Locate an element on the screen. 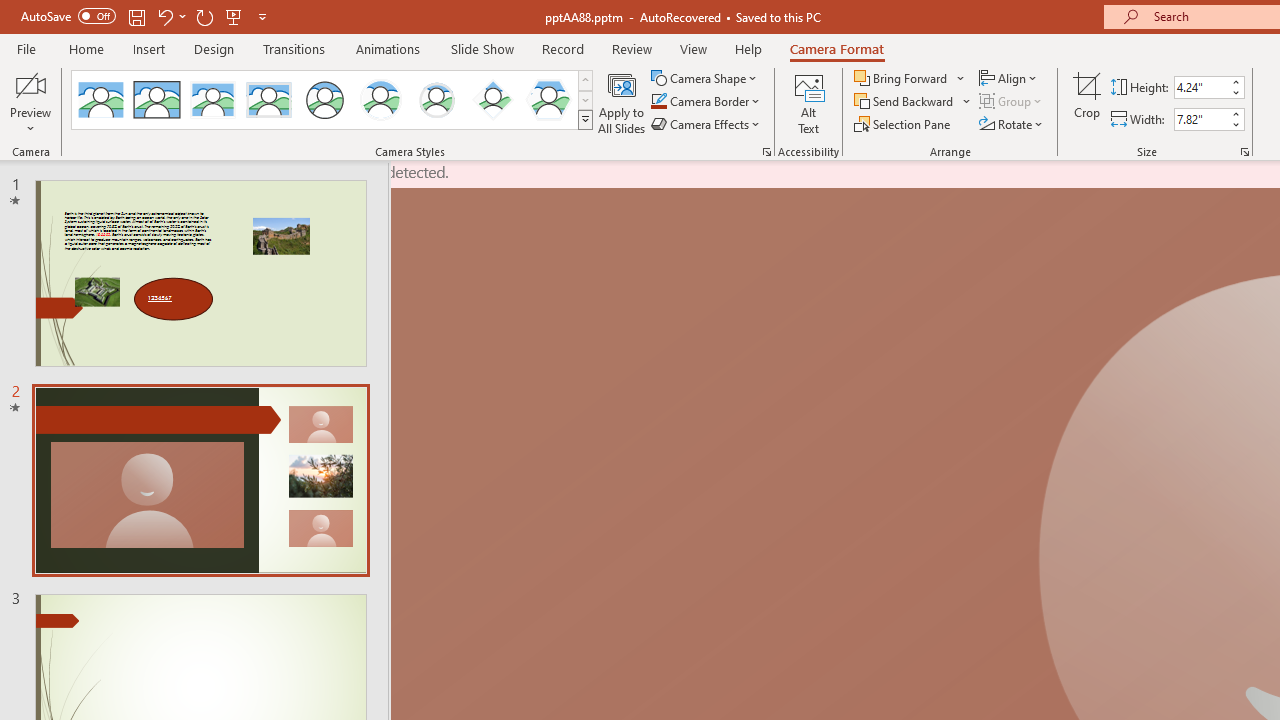 The width and height of the screenshot is (1280, 720). 'Camera Shape' is located at coordinates (705, 77).